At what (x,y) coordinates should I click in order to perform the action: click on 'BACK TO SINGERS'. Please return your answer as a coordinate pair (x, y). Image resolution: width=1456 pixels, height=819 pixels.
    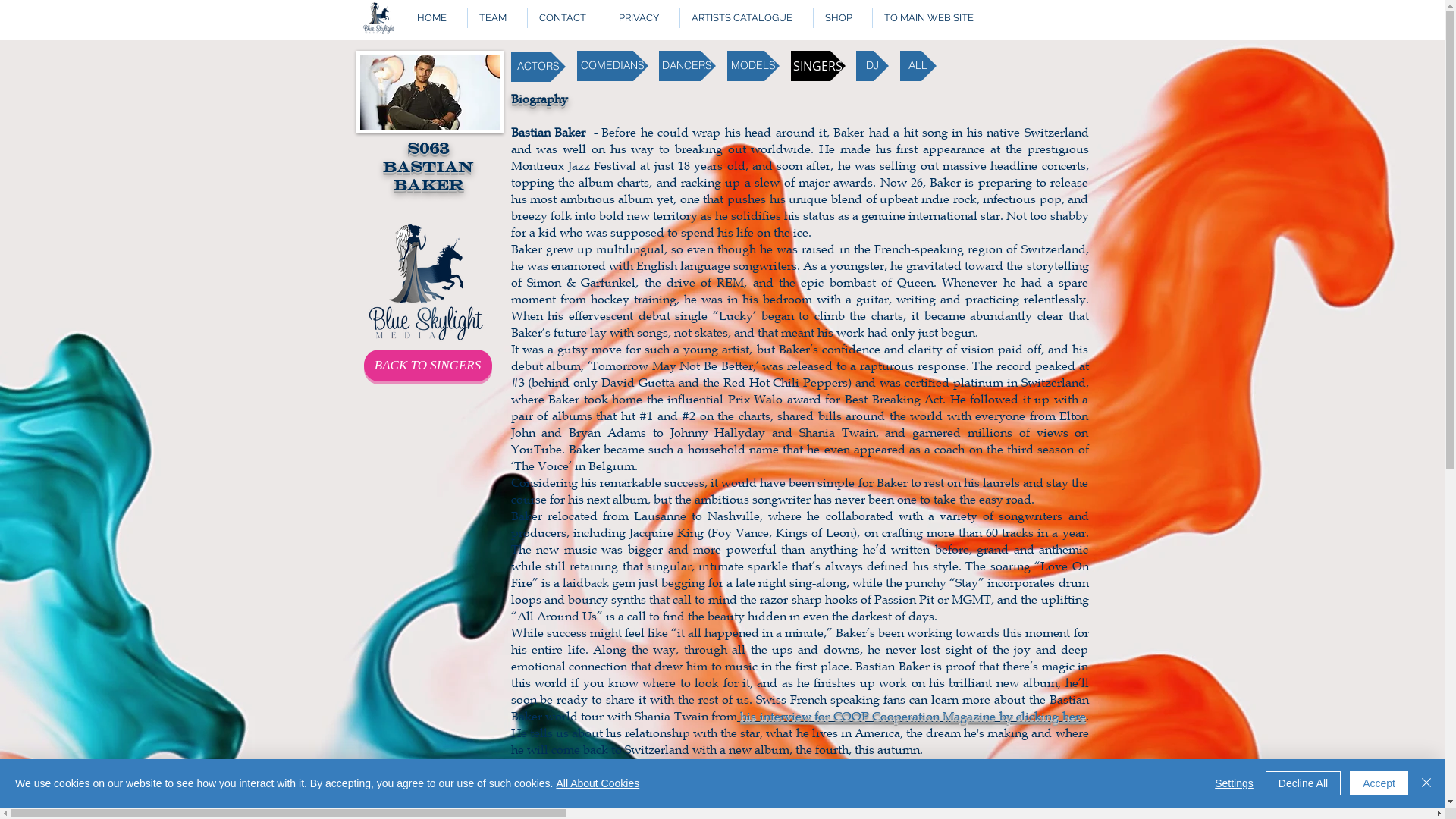
    Looking at the image, I should click on (427, 366).